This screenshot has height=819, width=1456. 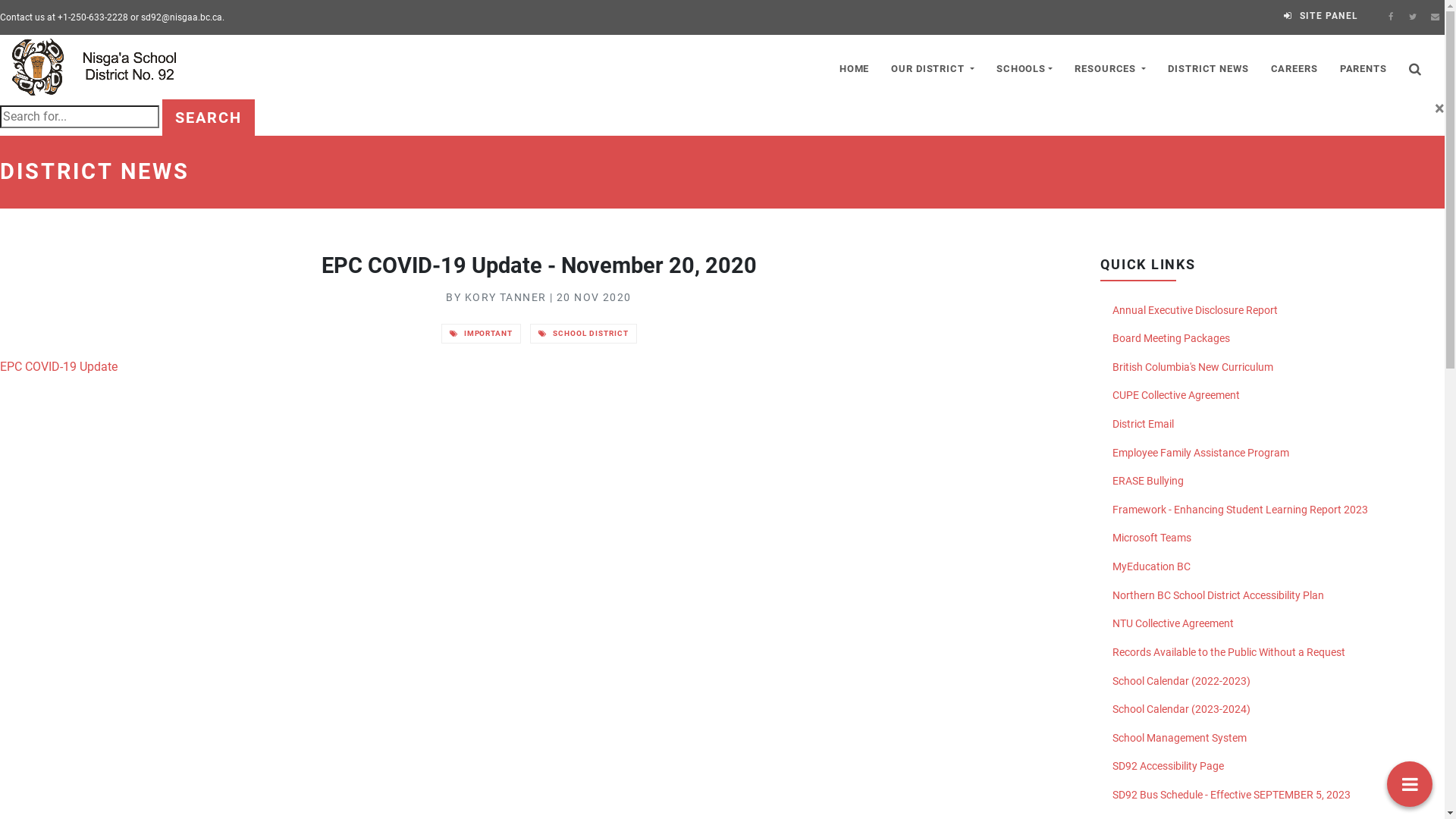 What do you see at coordinates (58, 366) in the screenshot?
I see `'EPC COVID-19 Update'` at bounding box center [58, 366].